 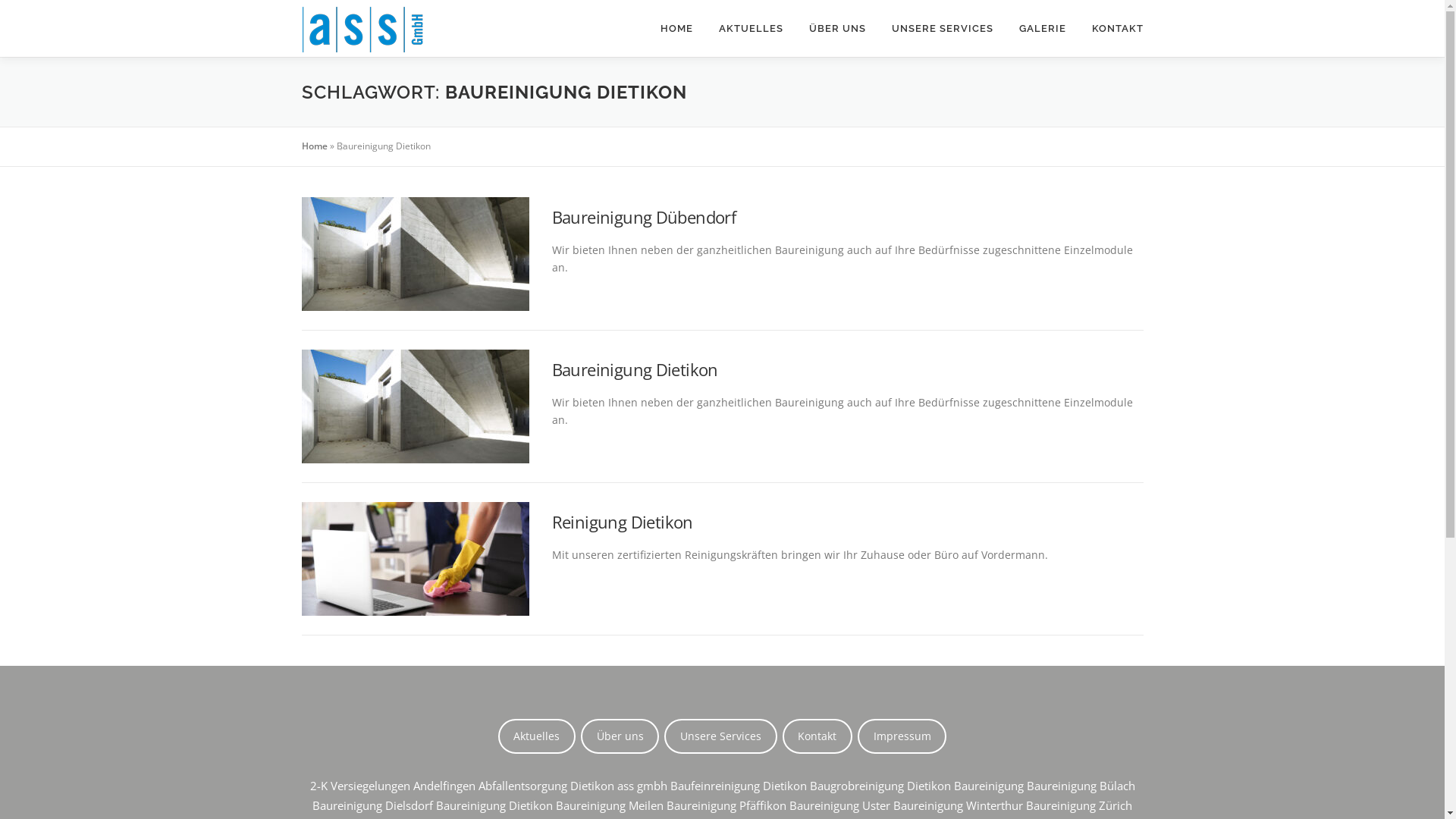 What do you see at coordinates (957, 804) in the screenshot?
I see `'Baureinigung Winterthur'` at bounding box center [957, 804].